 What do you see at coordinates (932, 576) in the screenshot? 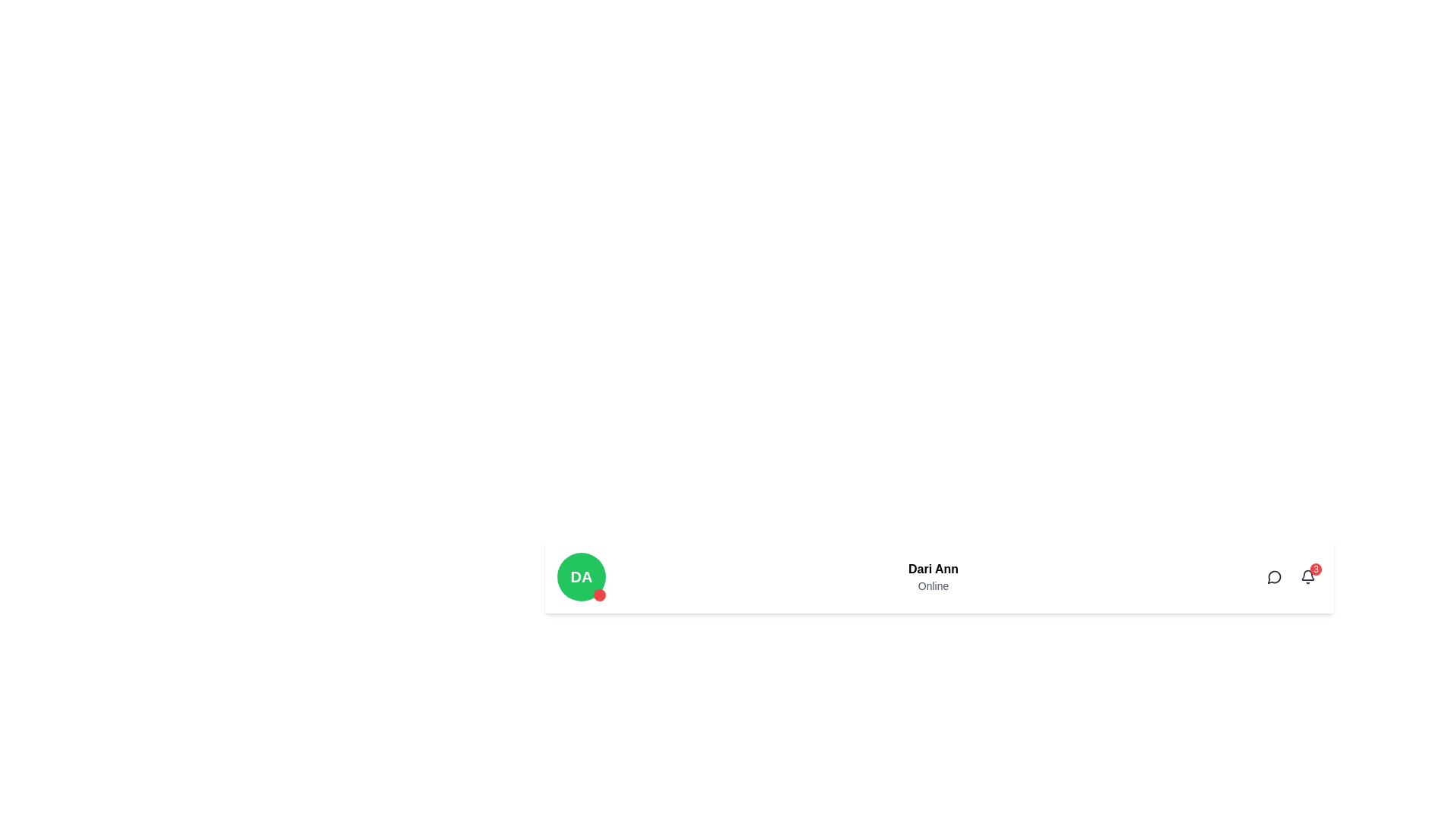
I see `the static text label that displays a name and associated status, located to the right of a green circular icon with the initials 'DA'` at bounding box center [932, 576].